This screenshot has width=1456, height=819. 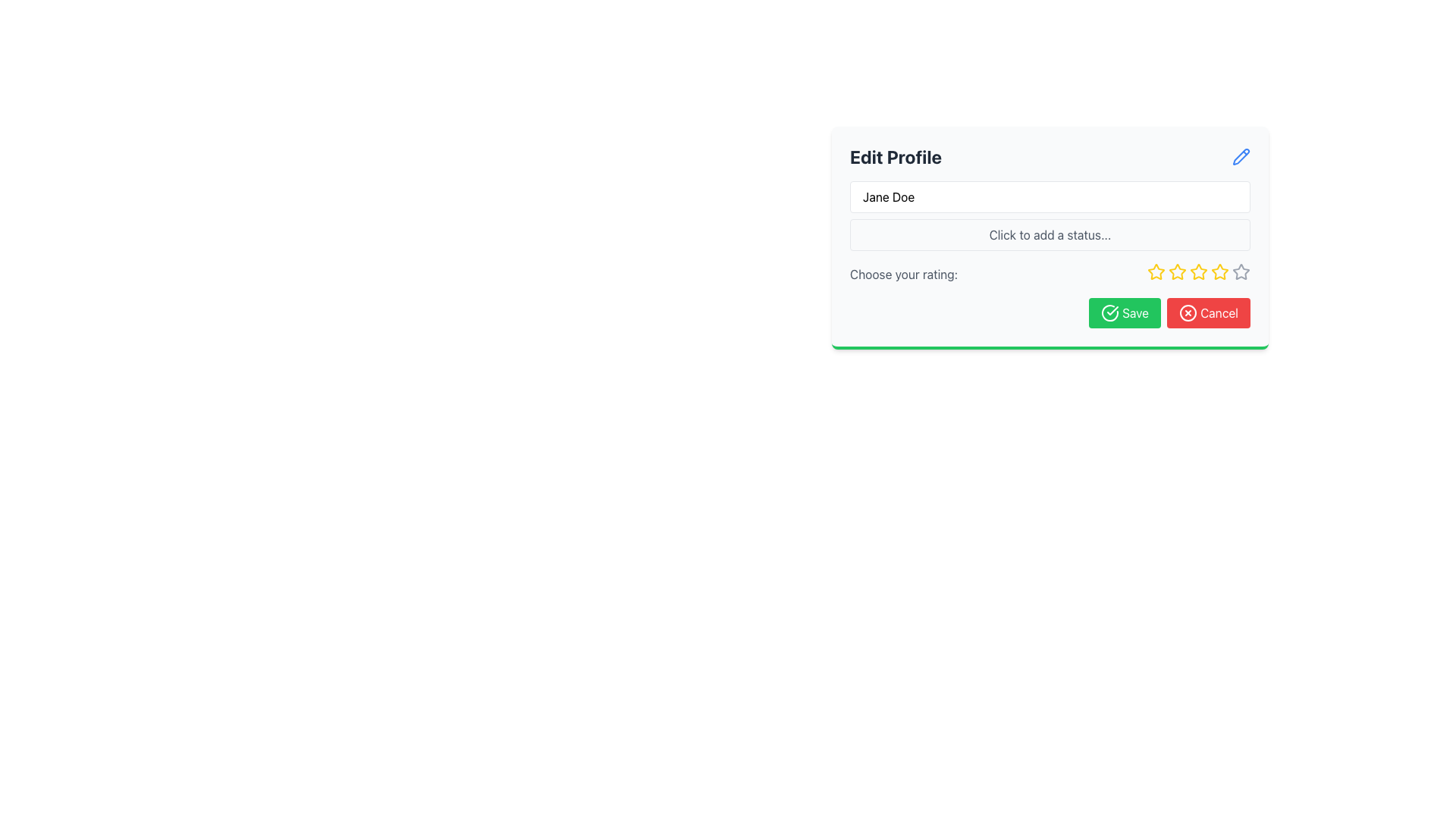 What do you see at coordinates (1197, 275) in the screenshot?
I see `the third yellow rating star in the 'Choose your rating' section` at bounding box center [1197, 275].